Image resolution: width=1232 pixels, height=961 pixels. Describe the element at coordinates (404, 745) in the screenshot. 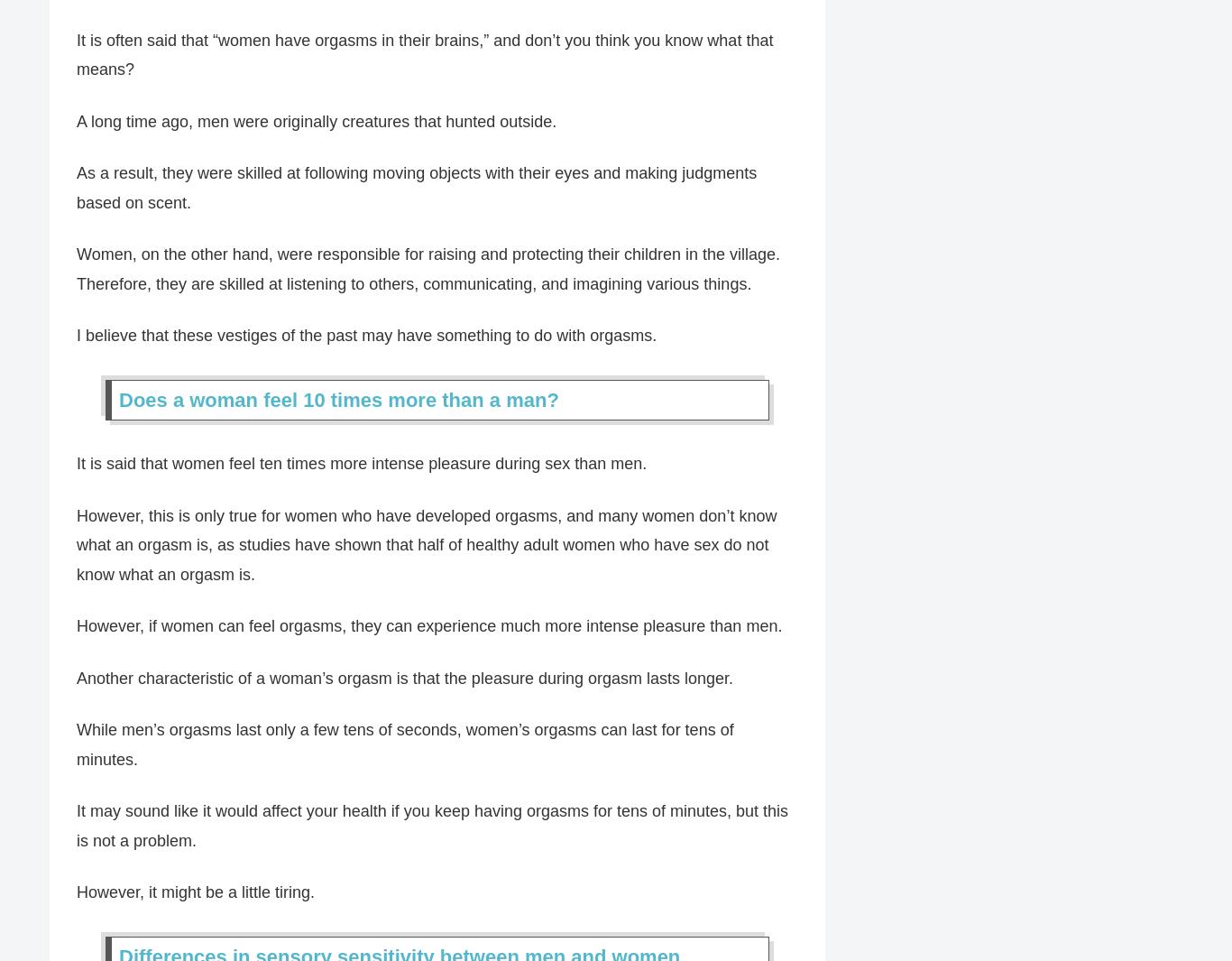

I see `'While men’s orgasms last only a few tens of seconds, women’s orgasms can last for tens of minutes.'` at that location.